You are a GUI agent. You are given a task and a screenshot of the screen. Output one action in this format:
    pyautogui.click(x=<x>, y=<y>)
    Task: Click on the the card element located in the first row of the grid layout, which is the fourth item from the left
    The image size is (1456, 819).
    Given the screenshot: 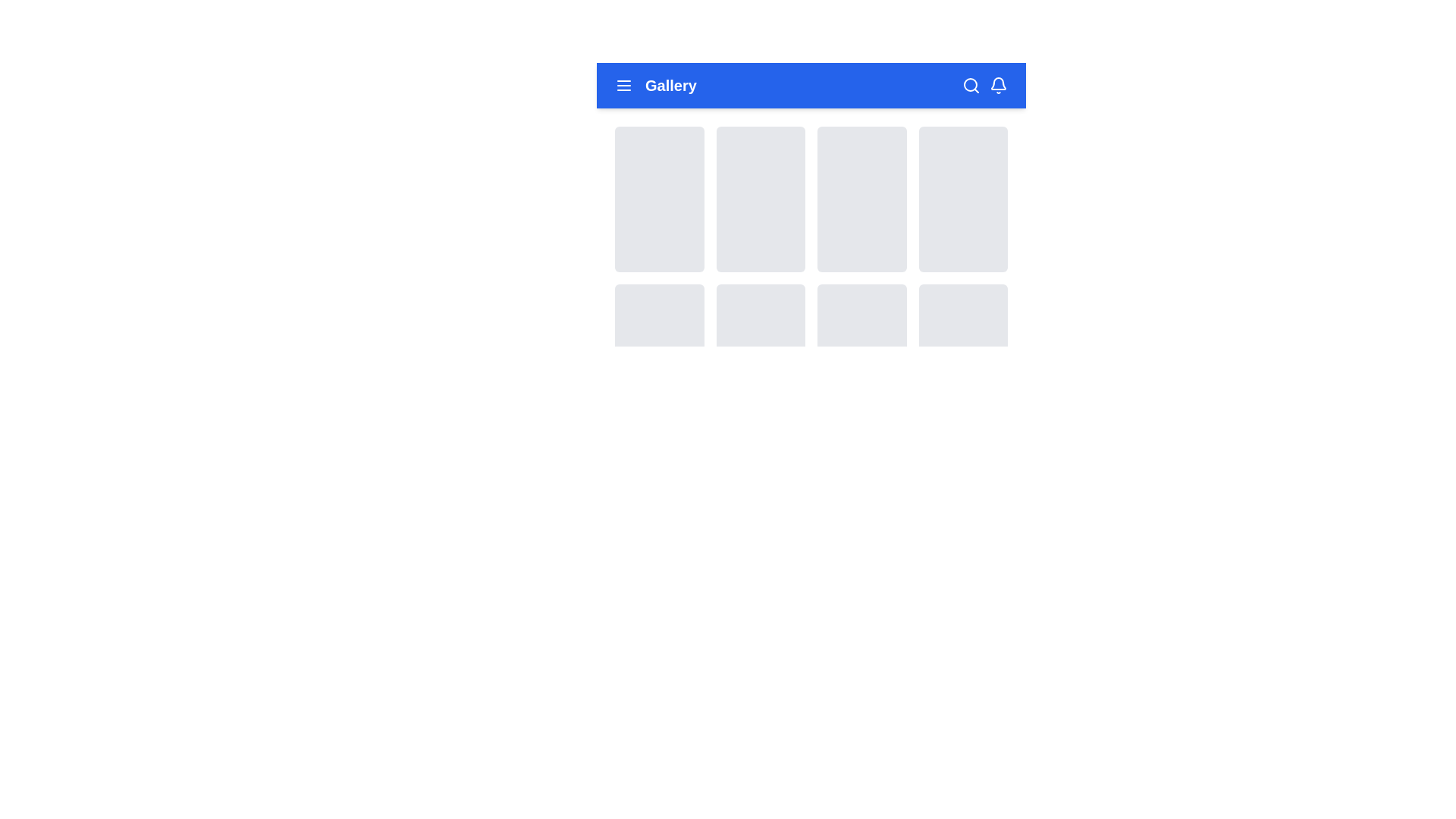 What is the action you would take?
    pyautogui.click(x=962, y=198)
    